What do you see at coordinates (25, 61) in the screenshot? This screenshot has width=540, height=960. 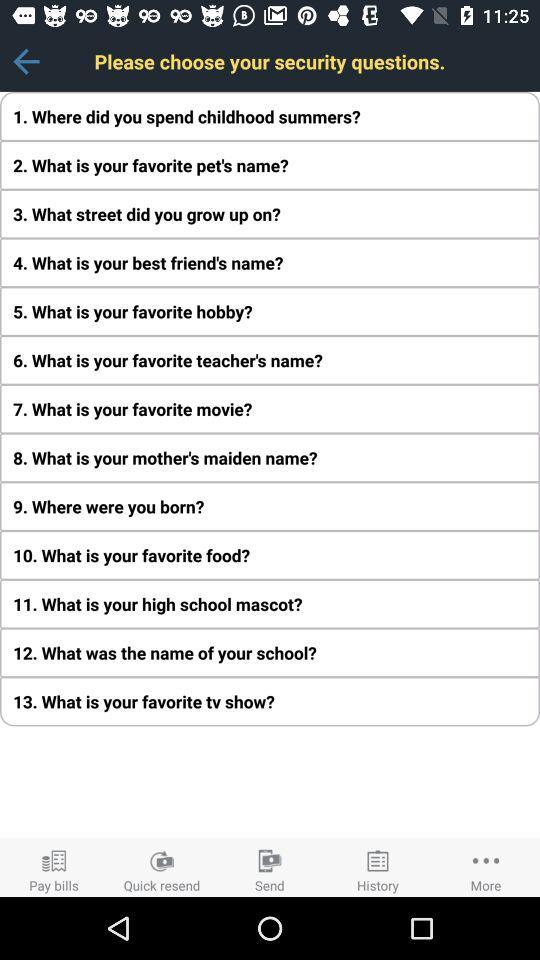 I see `icon to the left of the please choose your app` at bounding box center [25, 61].